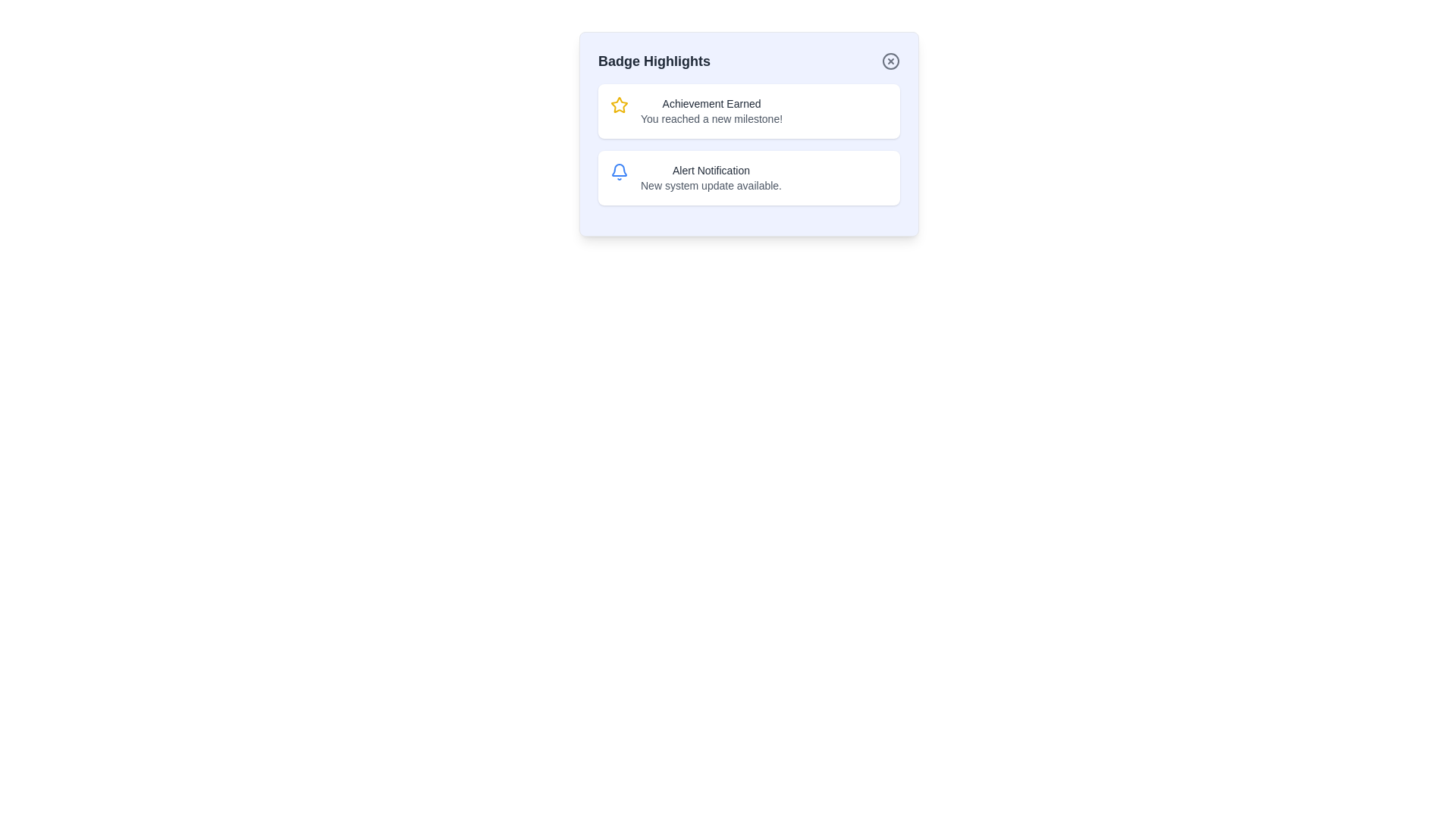 This screenshot has height=819, width=1456. Describe the element at coordinates (710, 185) in the screenshot. I see `the text label element that reads 'New system update available.' which is located below 'Alert Notification' within the 'Badge Highlights' box` at that location.